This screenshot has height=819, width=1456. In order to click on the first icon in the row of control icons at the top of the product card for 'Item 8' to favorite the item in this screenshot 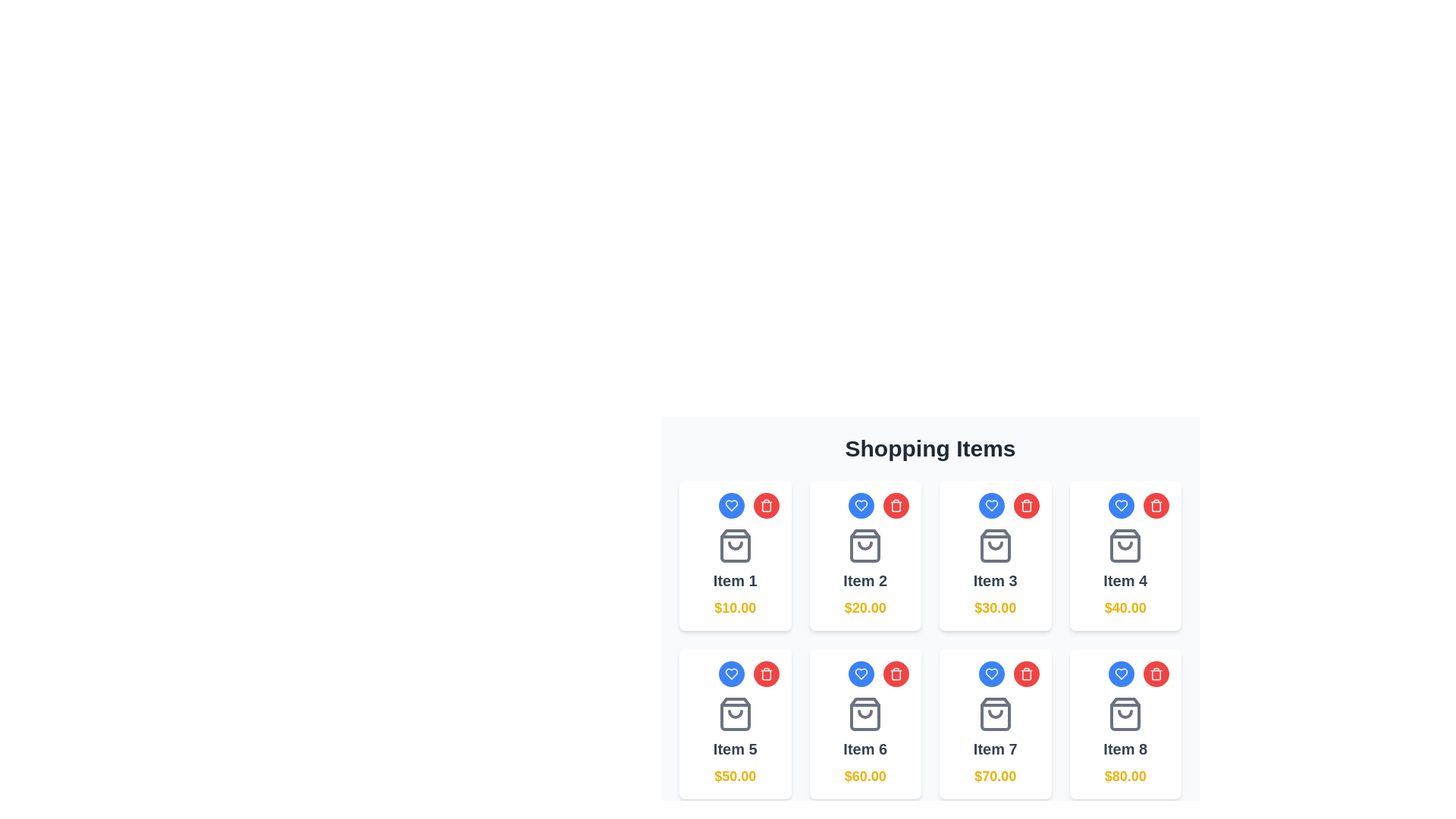, I will do `click(1121, 673)`.